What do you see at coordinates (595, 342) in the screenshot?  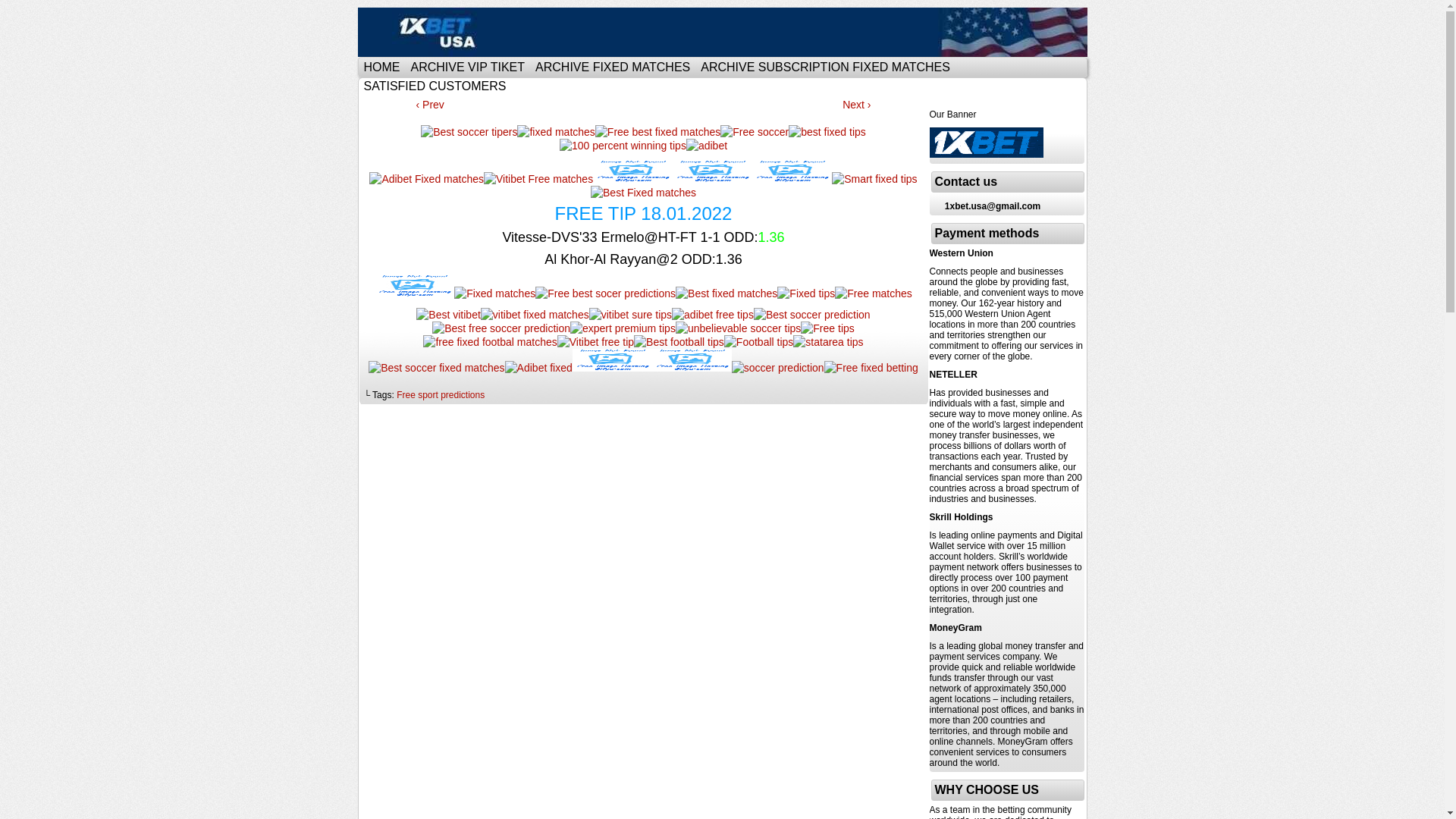 I see `'Vitibet free tip'` at bounding box center [595, 342].